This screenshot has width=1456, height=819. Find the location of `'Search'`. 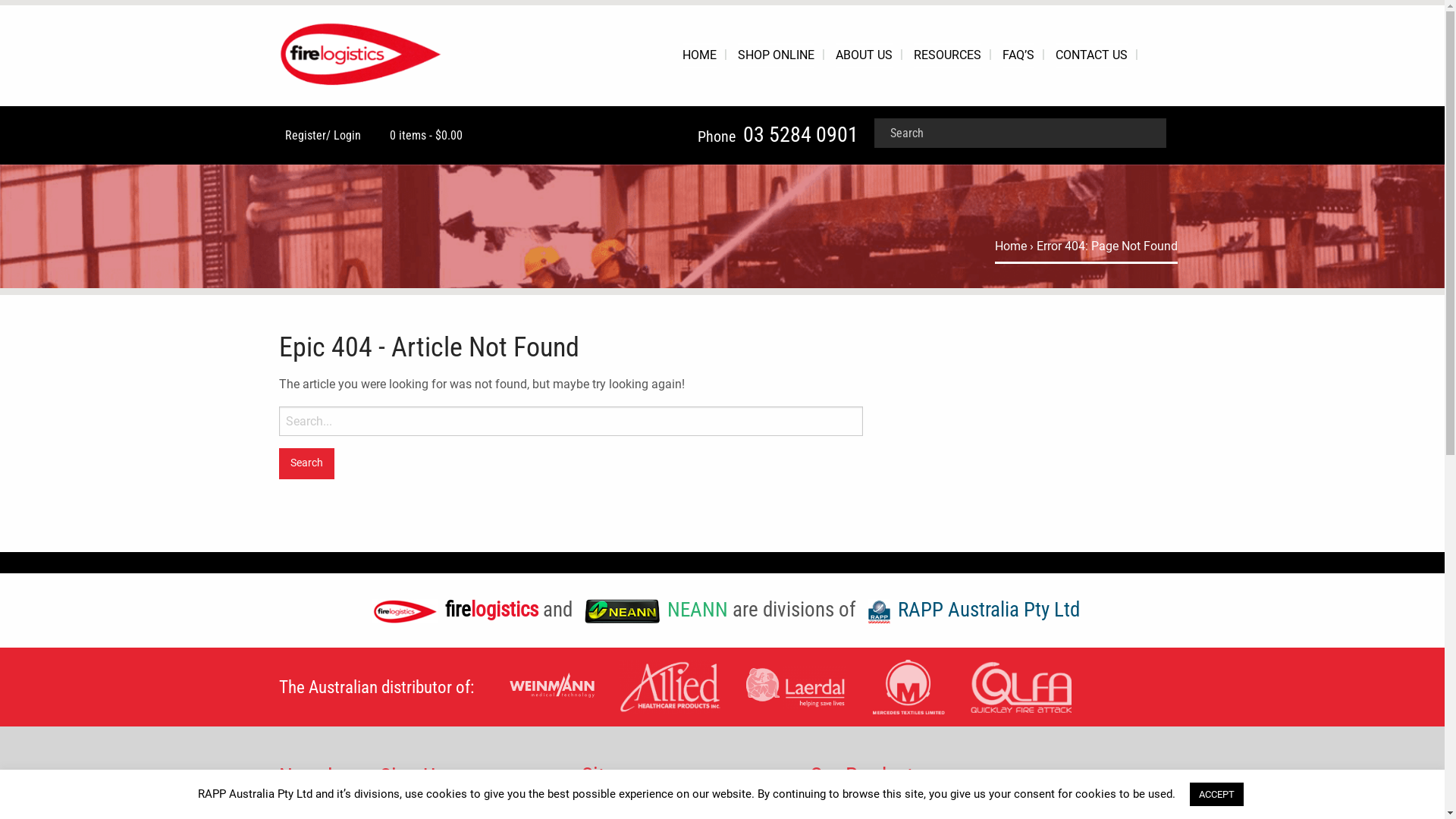

'Search' is located at coordinates (306, 463).